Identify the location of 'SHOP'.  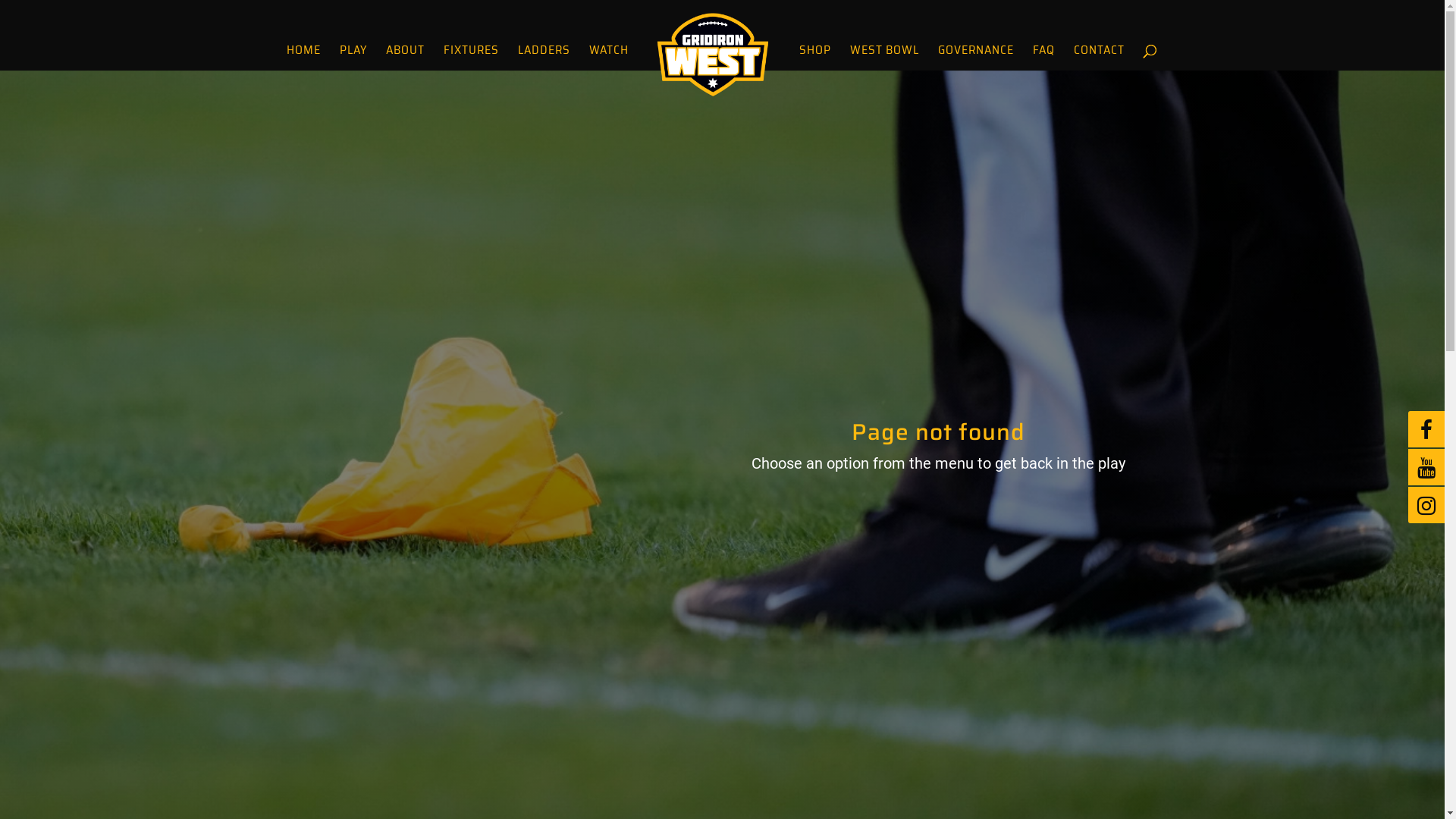
(799, 57).